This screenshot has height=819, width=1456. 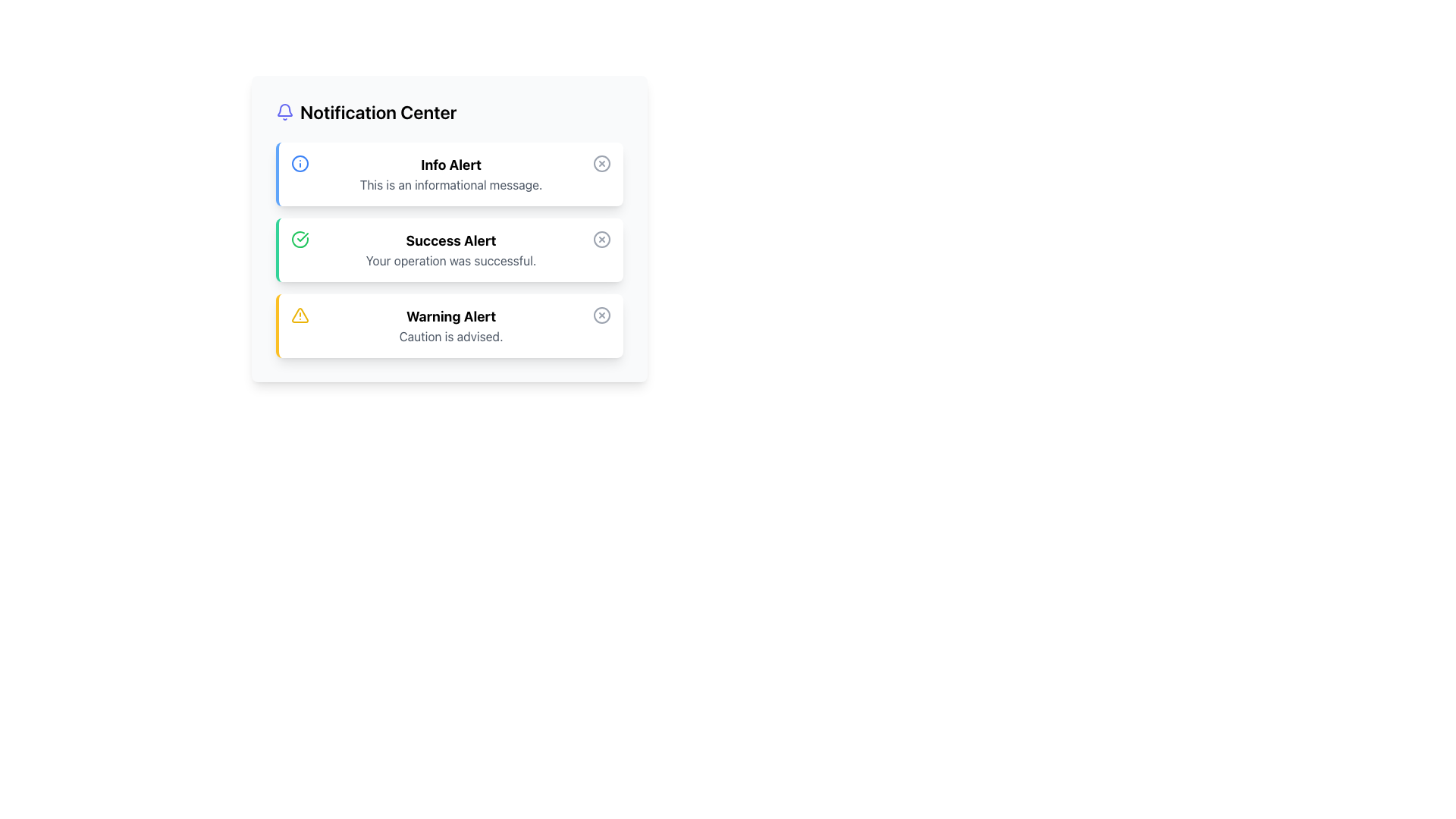 What do you see at coordinates (450, 184) in the screenshot?
I see `the non-interactive text label that provides explanatory information beneath the 'Info Alert' text in the first notification box` at bounding box center [450, 184].